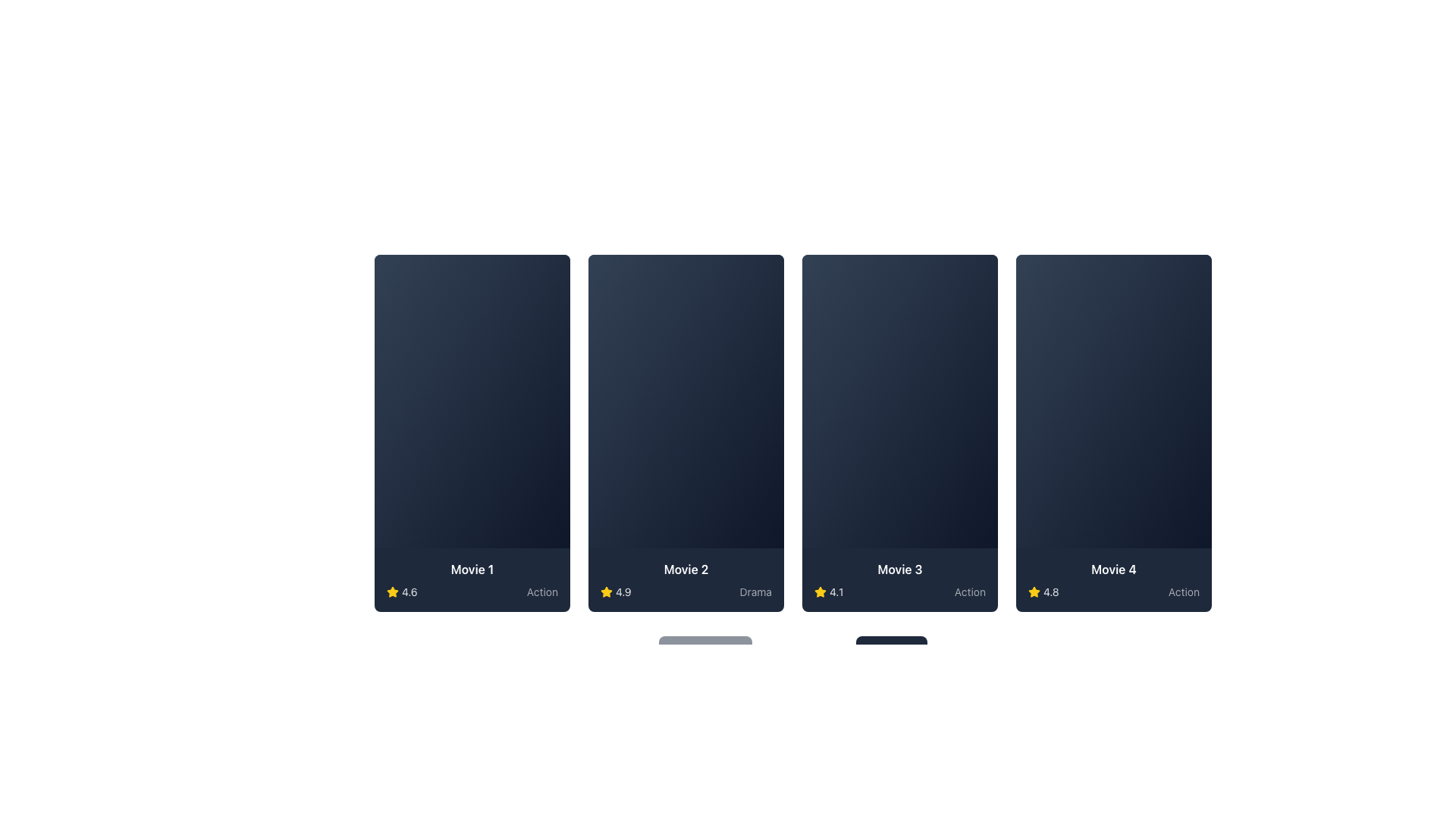 This screenshot has width=1456, height=819. Describe the element at coordinates (704, 651) in the screenshot. I see `the pagination button located at the bottom left of the 'Page 1 of 10' label to trigger a visual change` at that location.